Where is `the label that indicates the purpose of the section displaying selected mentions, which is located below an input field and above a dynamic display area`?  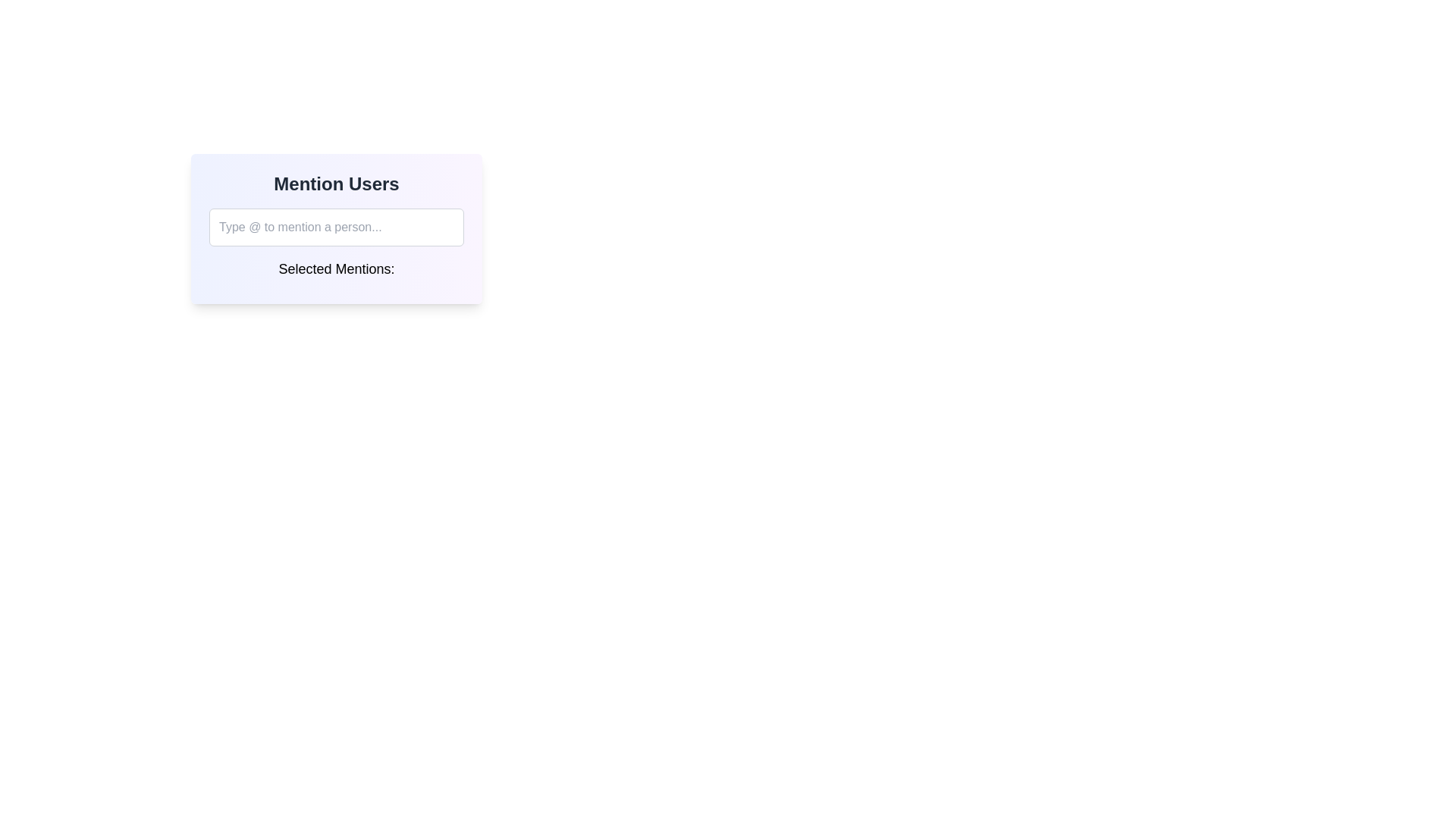
the label that indicates the purpose of the section displaying selected mentions, which is located below an input field and above a dynamic display area is located at coordinates (336, 271).